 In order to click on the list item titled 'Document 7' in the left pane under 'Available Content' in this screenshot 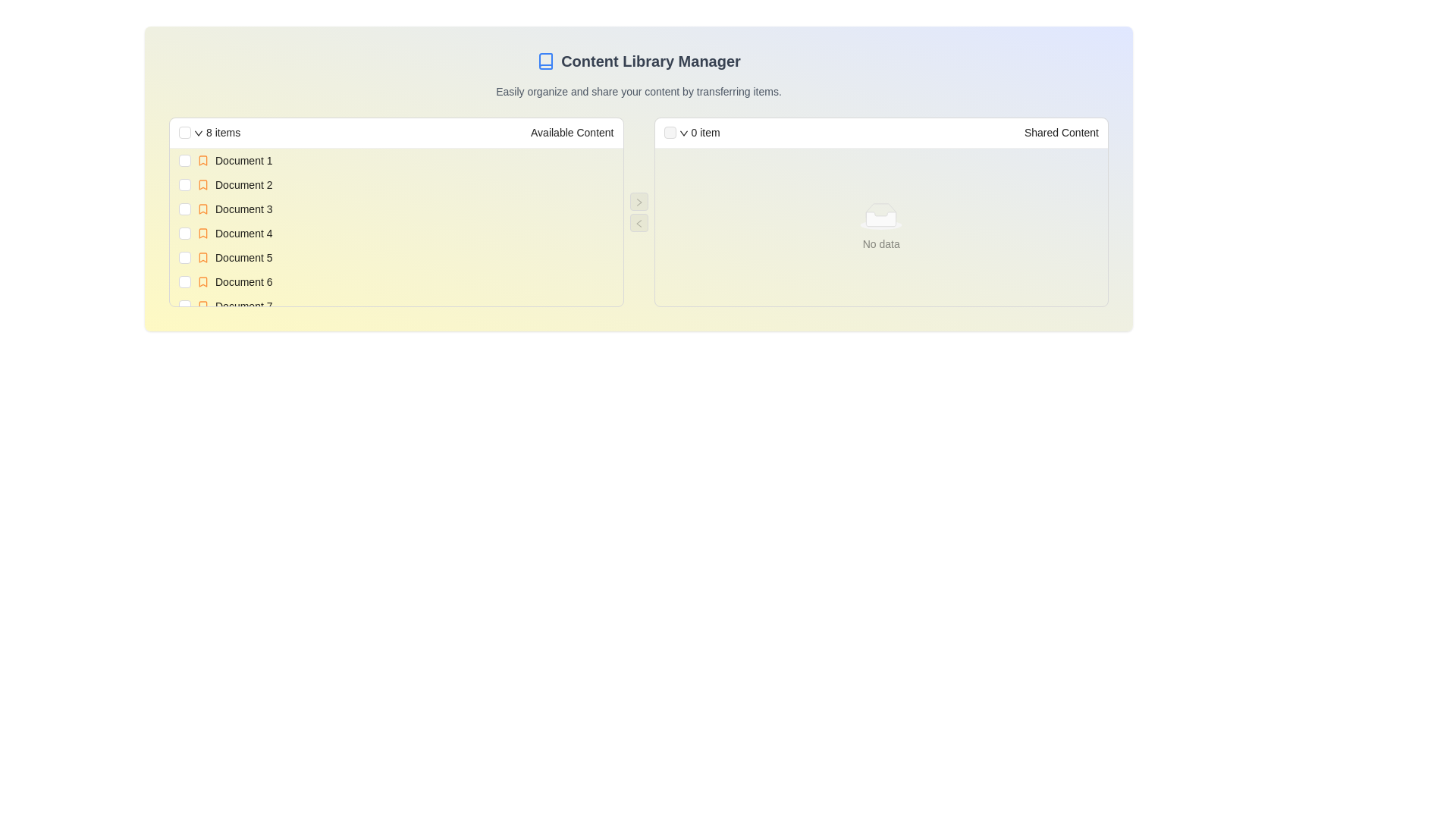, I will do `click(405, 306)`.